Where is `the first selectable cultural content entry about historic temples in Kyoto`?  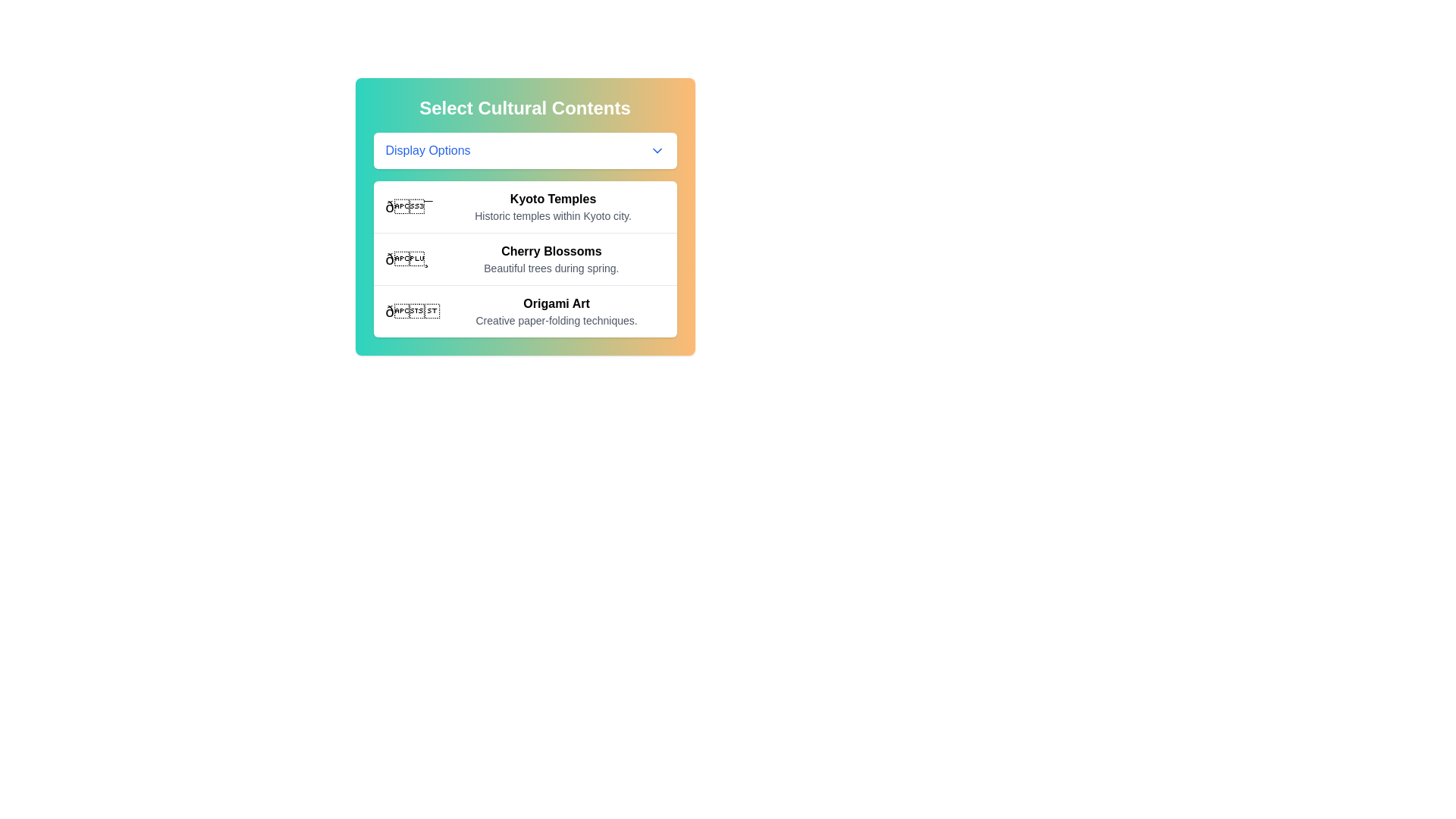
the first selectable cultural content entry about historic temples in Kyoto is located at coordinates (525, 207).